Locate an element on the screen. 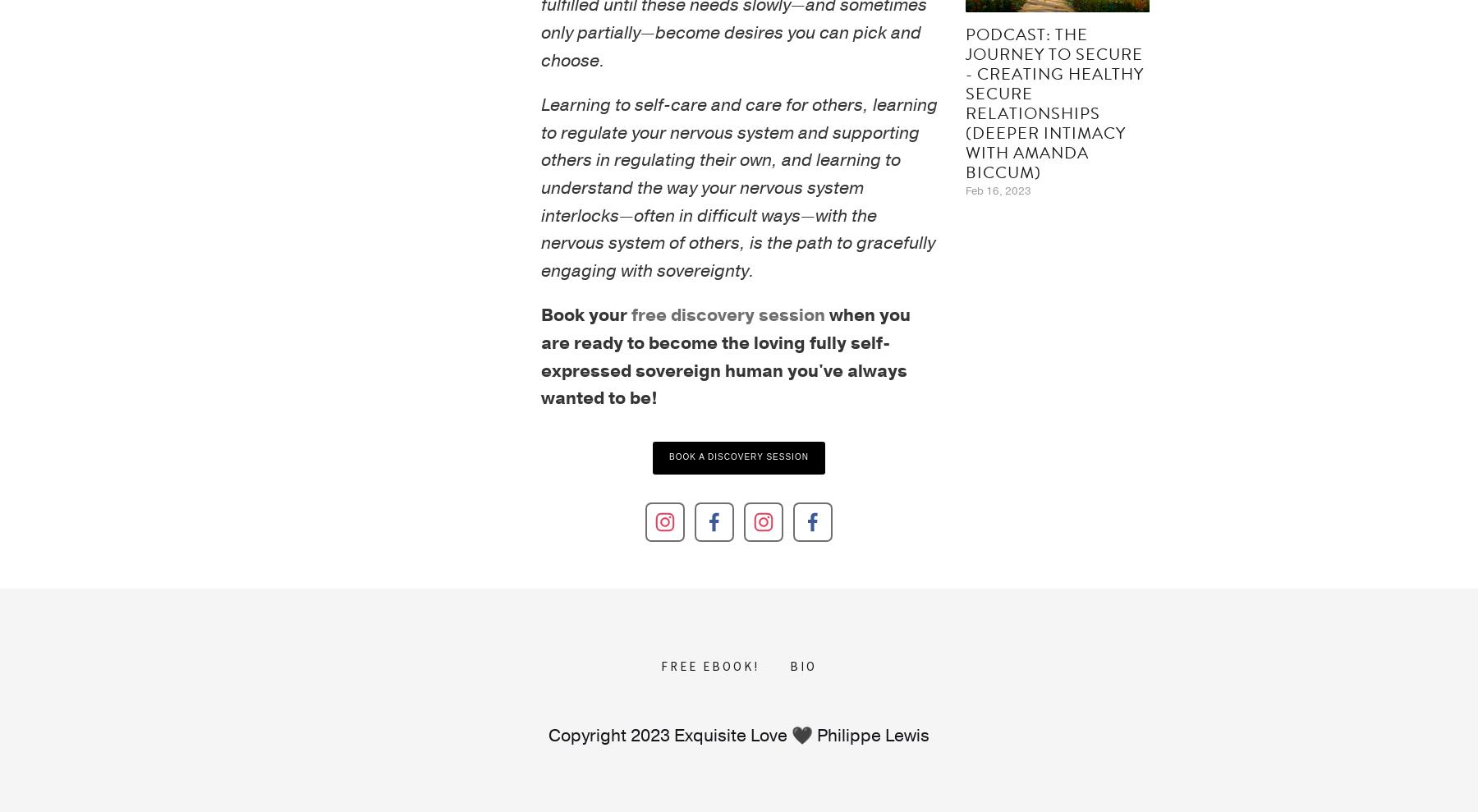 This screenshot has height=812, width=1478. 'free discovery session' is located at coordinates (727, 314).